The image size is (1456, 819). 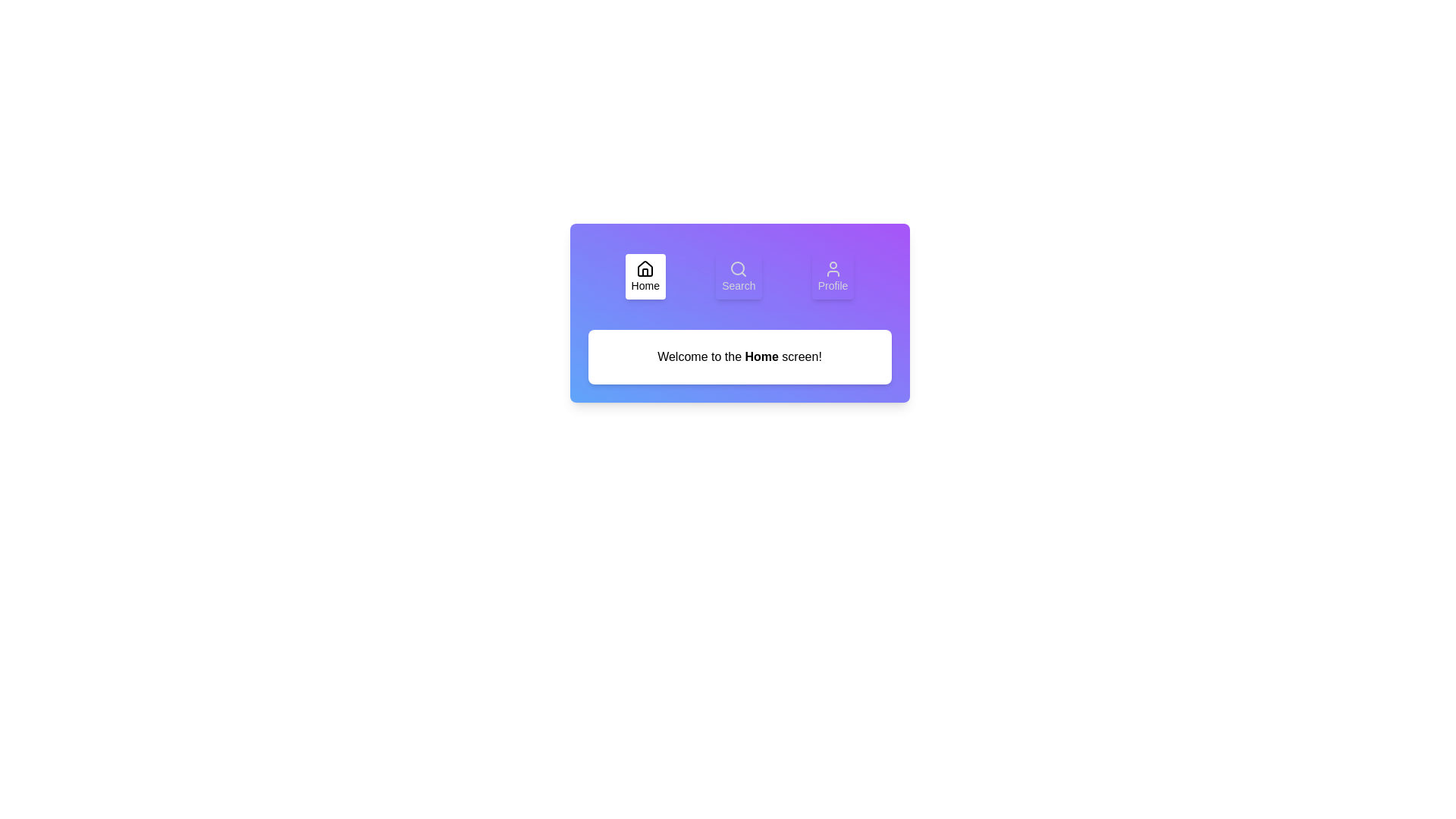 I want to click on the non-interactive graphical component at the center of the magnifying glass design used to depict the 'Search' functionality, located within the 'Search' button, so click(x=738, y=268).